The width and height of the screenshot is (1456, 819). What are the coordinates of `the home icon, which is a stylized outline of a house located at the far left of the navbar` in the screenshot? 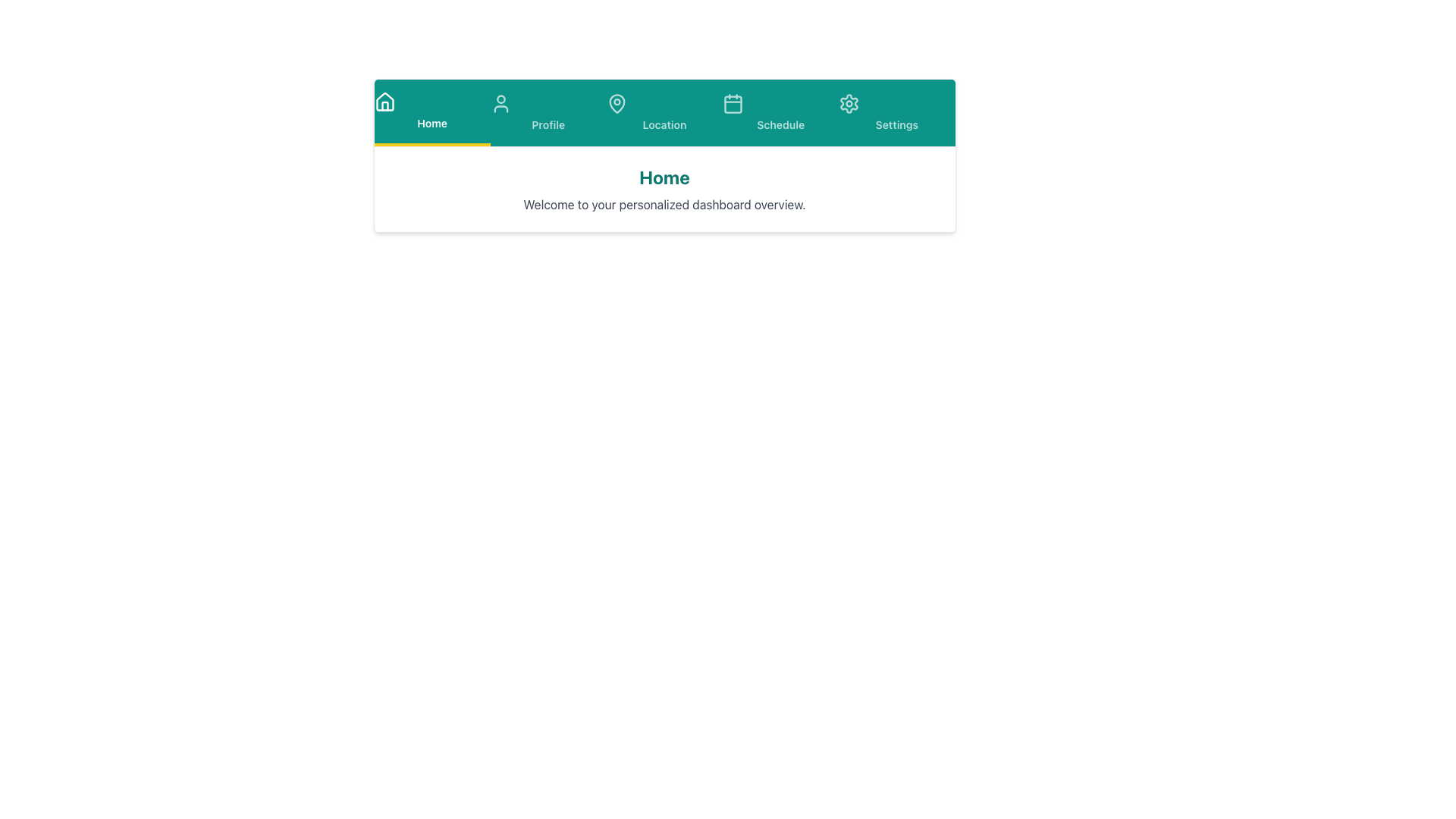 It's located at (384, 102).